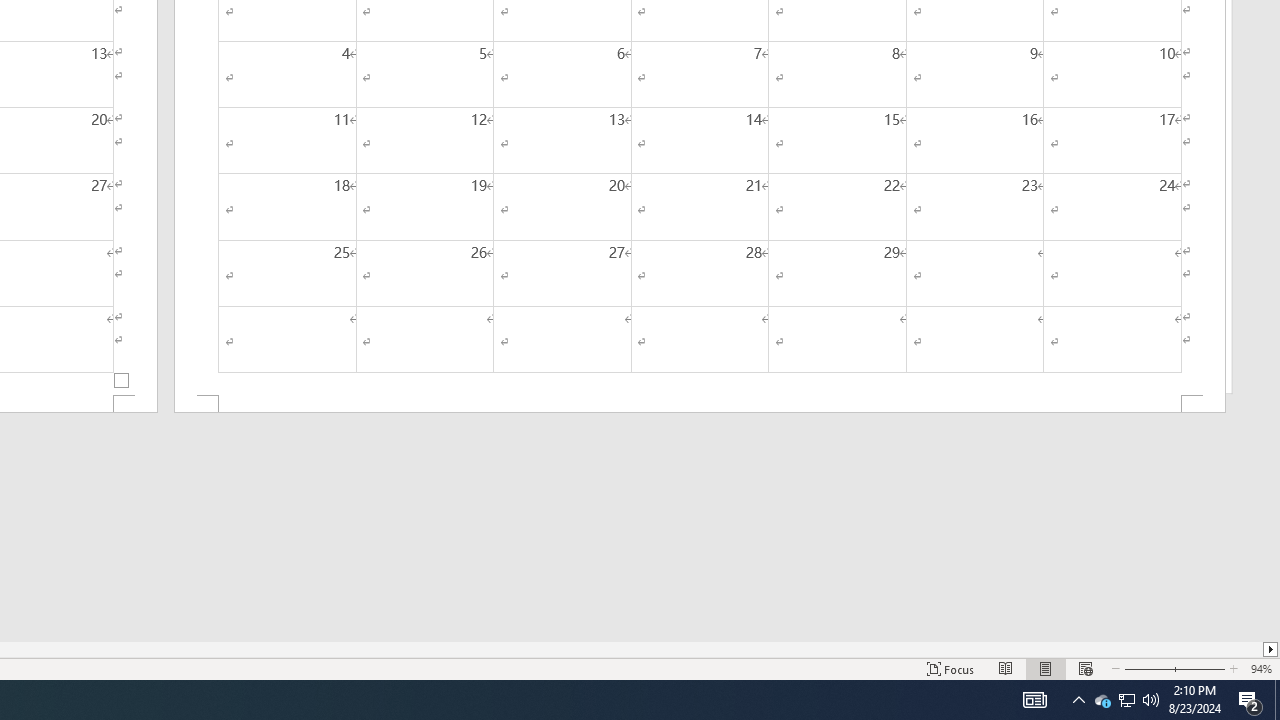  I want to click on 'Zoom Out', so click(1147, 669).